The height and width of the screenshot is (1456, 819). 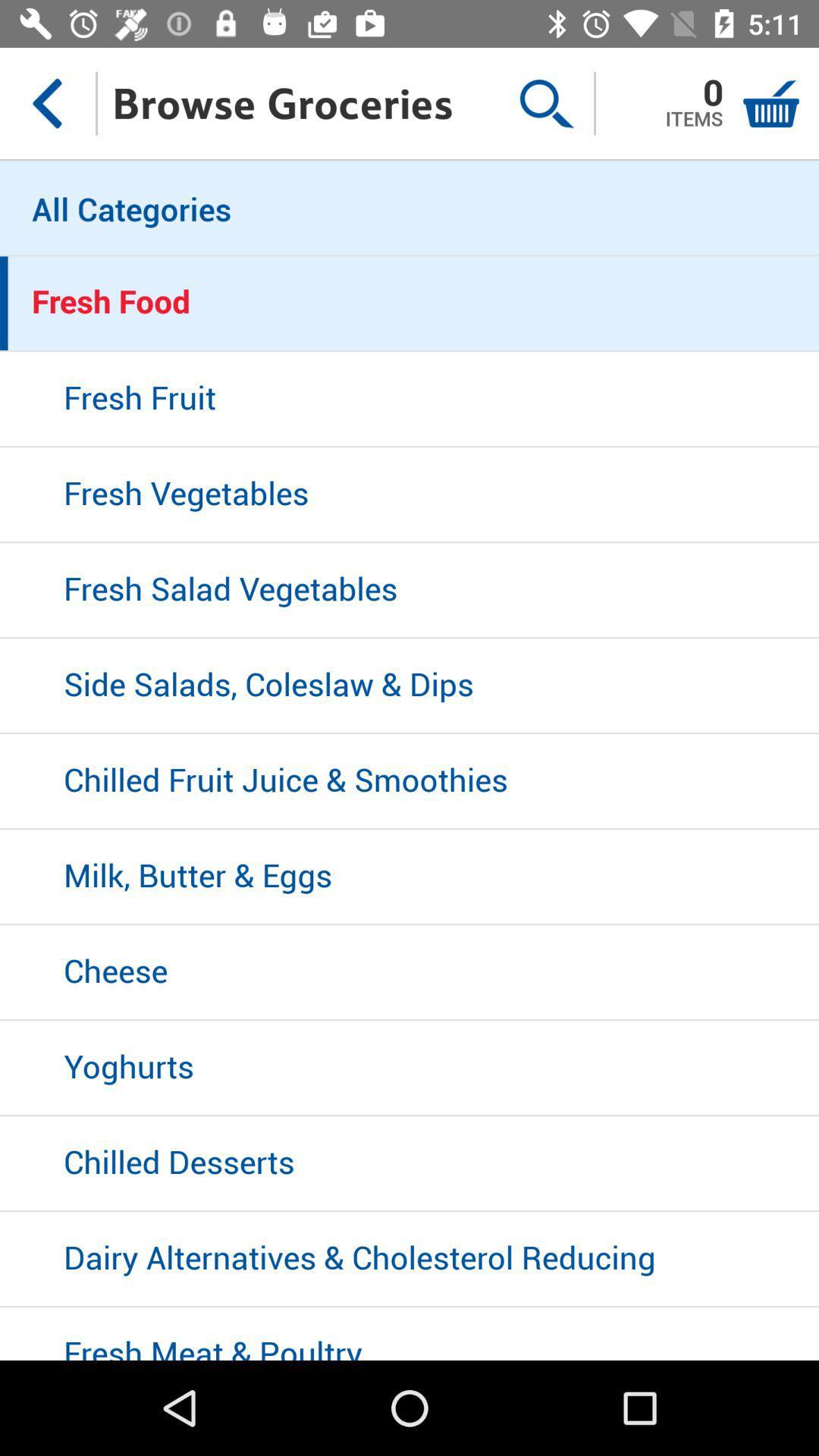 I want to click on icon above milk, butter & eggs item, so click(x=409, y=782).